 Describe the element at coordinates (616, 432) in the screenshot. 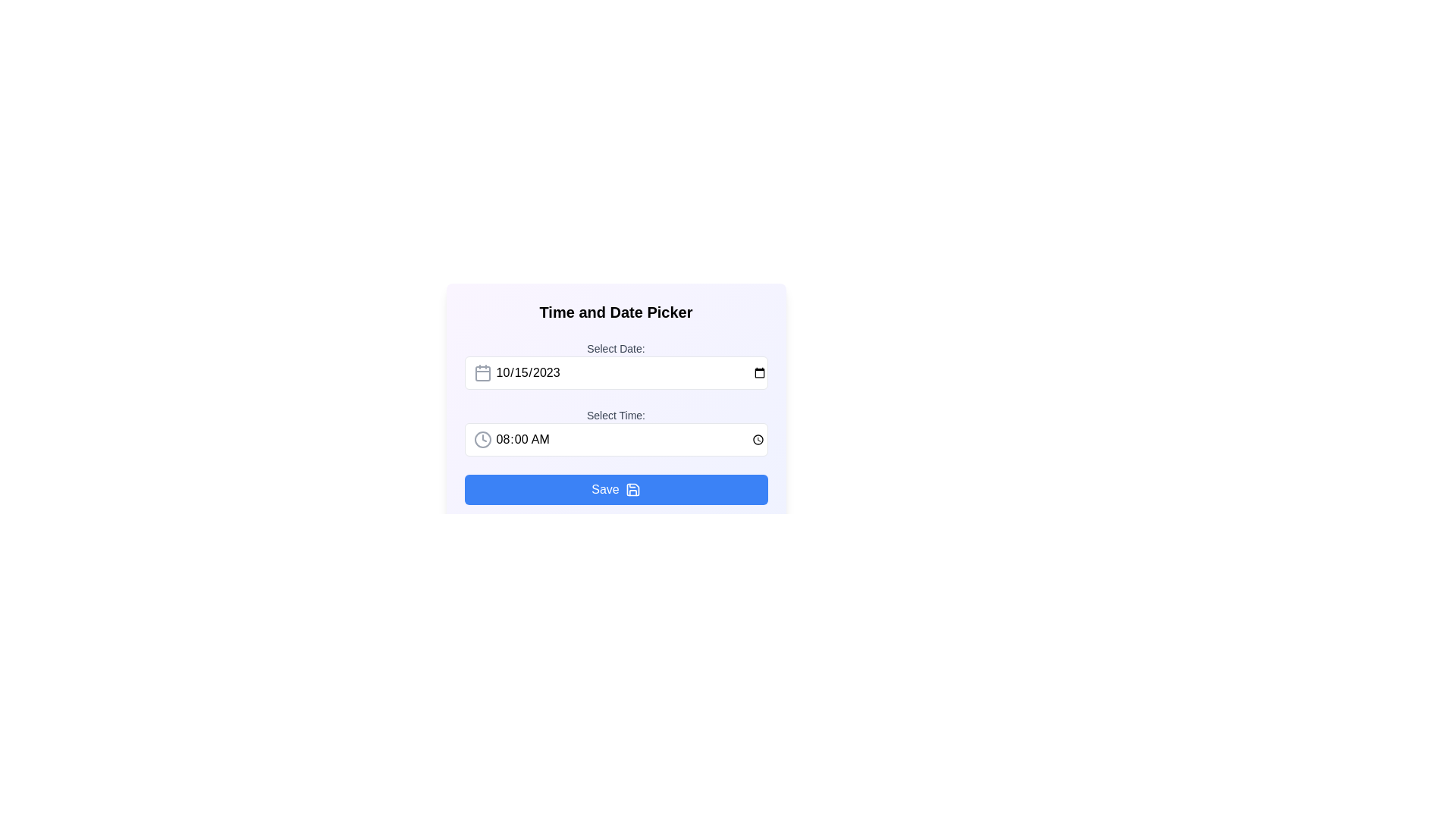

I see `the input field in the time selection component located beneath the 'Select Date:' input to set time` at that location.